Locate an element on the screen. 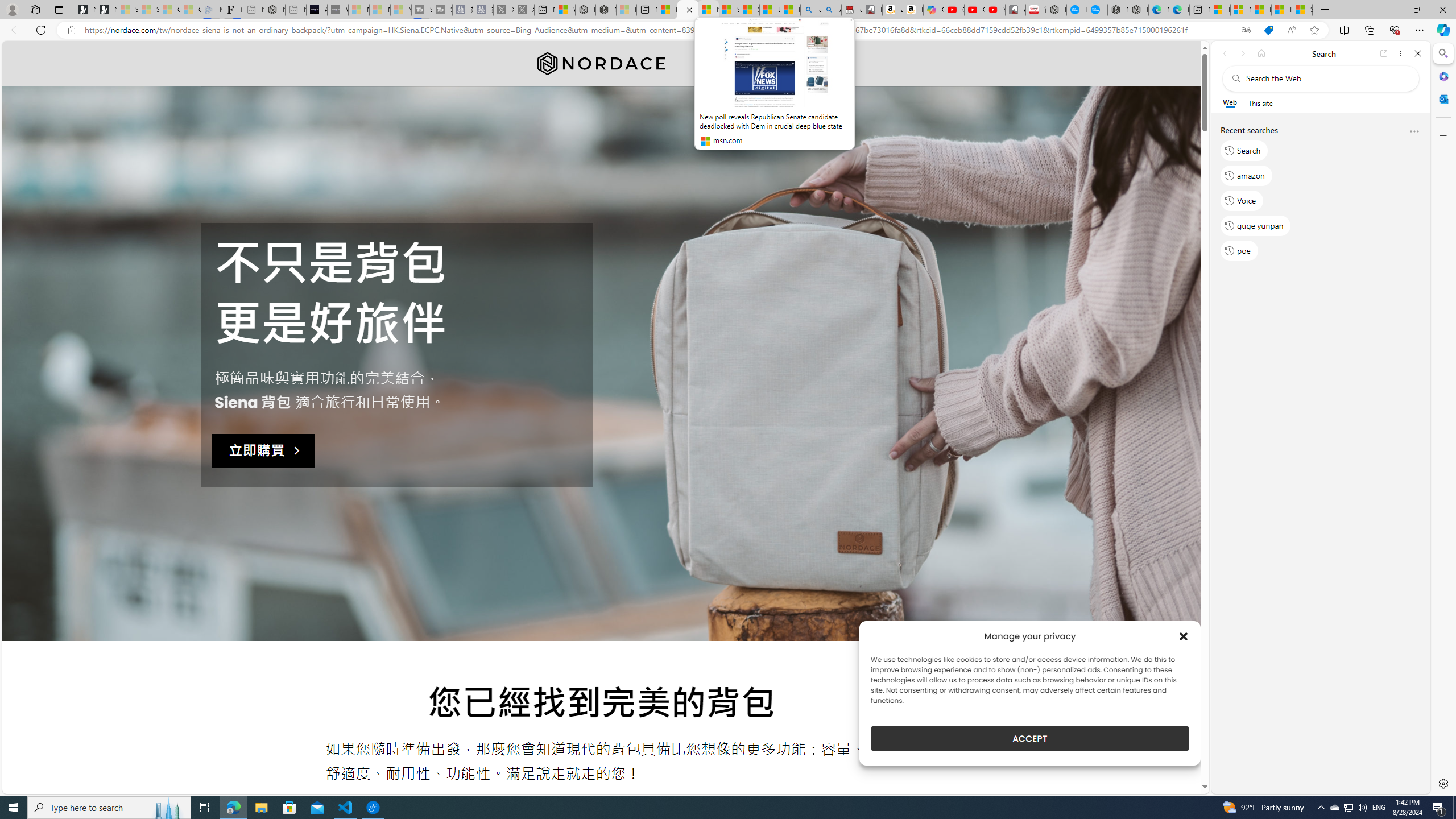  'Gloom - YouTube' is located at coordinates (974, 9).